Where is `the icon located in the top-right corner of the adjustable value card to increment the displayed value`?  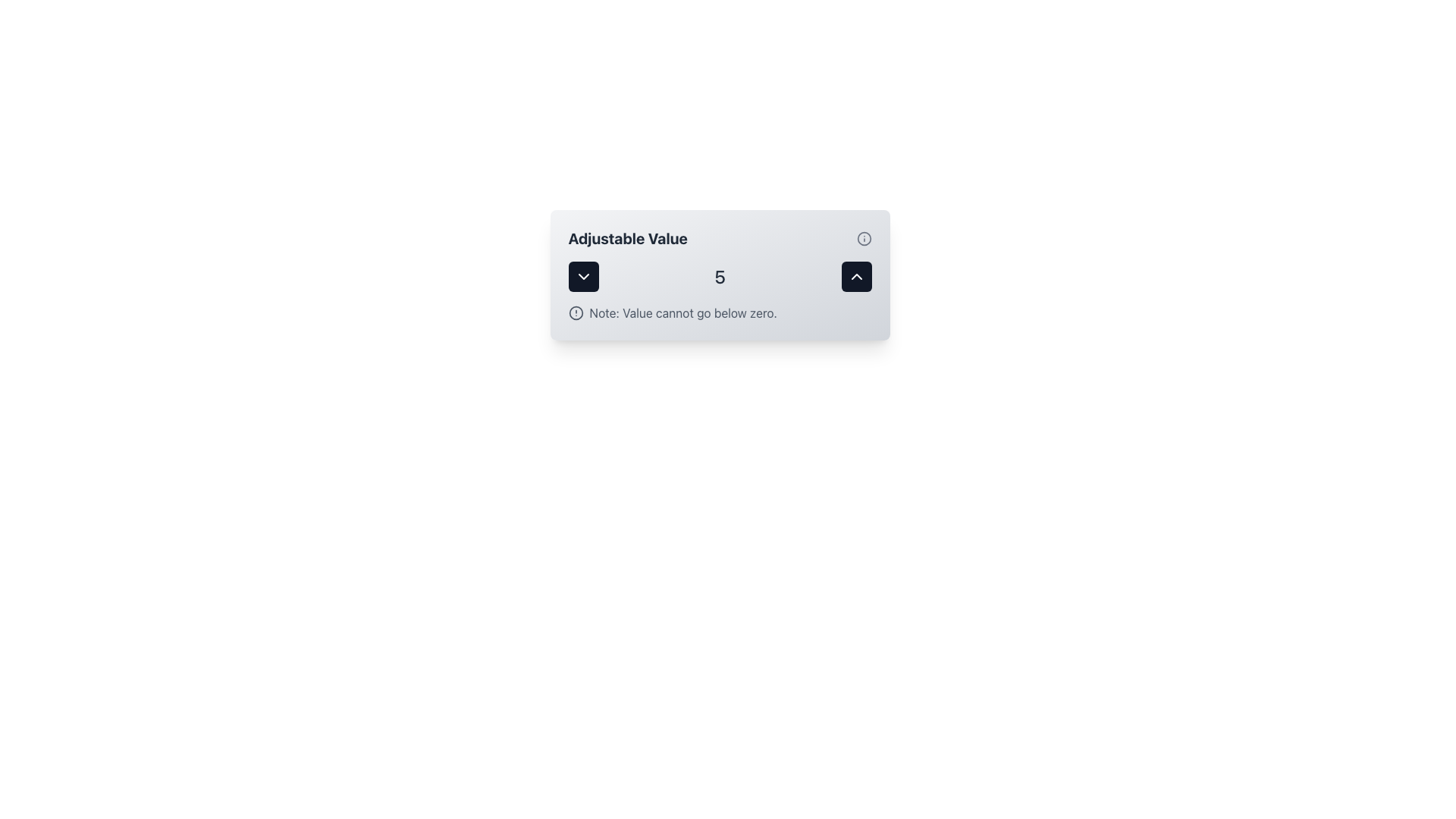 the icon located in the top-right corner of the adjustable value card to increment the displayed value is located at coordinates (856, 277).